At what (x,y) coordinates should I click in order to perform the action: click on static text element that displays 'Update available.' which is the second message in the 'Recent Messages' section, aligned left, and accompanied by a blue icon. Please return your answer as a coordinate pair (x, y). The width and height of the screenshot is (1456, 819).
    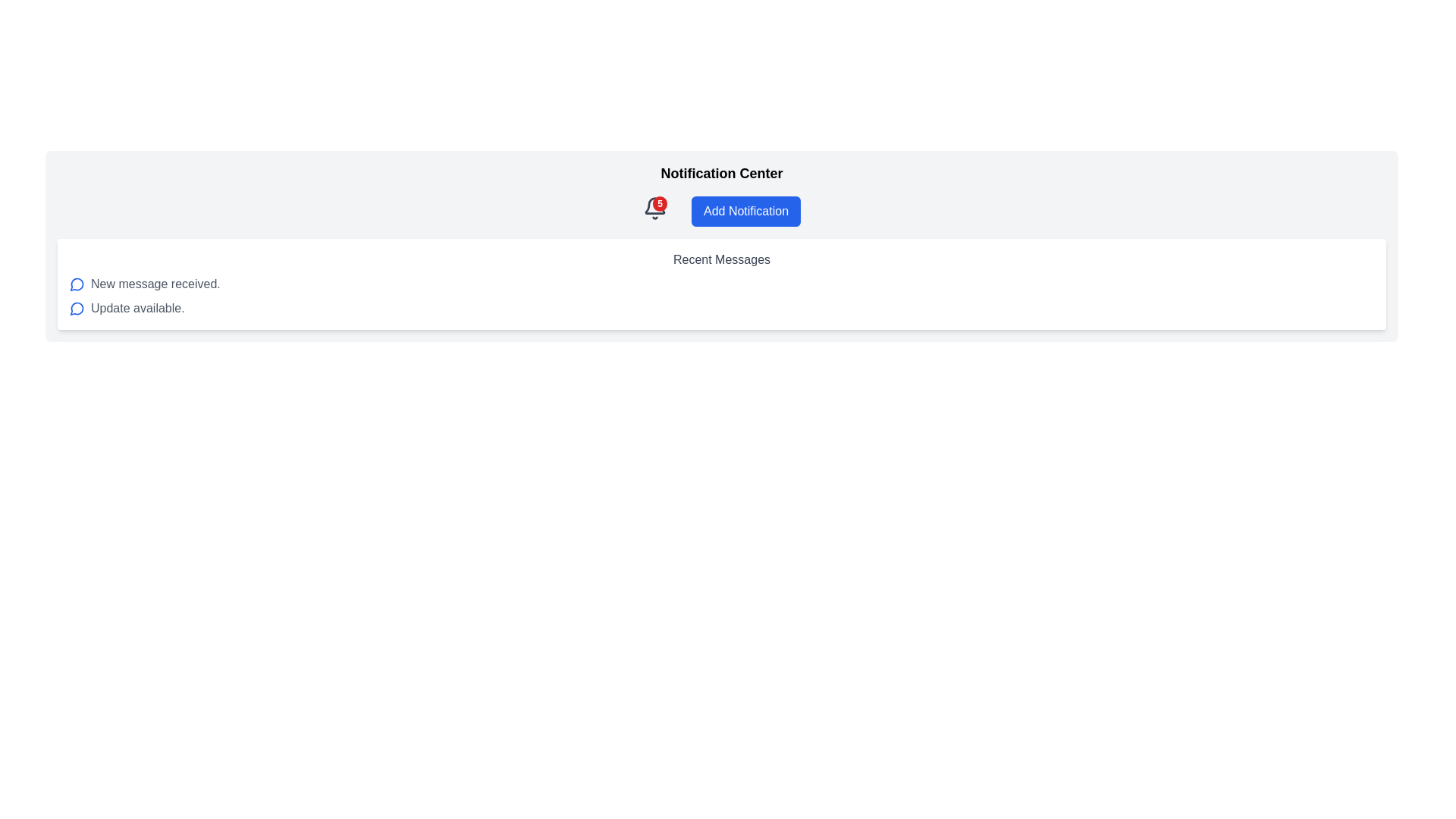
    Looking at the image, I should click on (137, 308).